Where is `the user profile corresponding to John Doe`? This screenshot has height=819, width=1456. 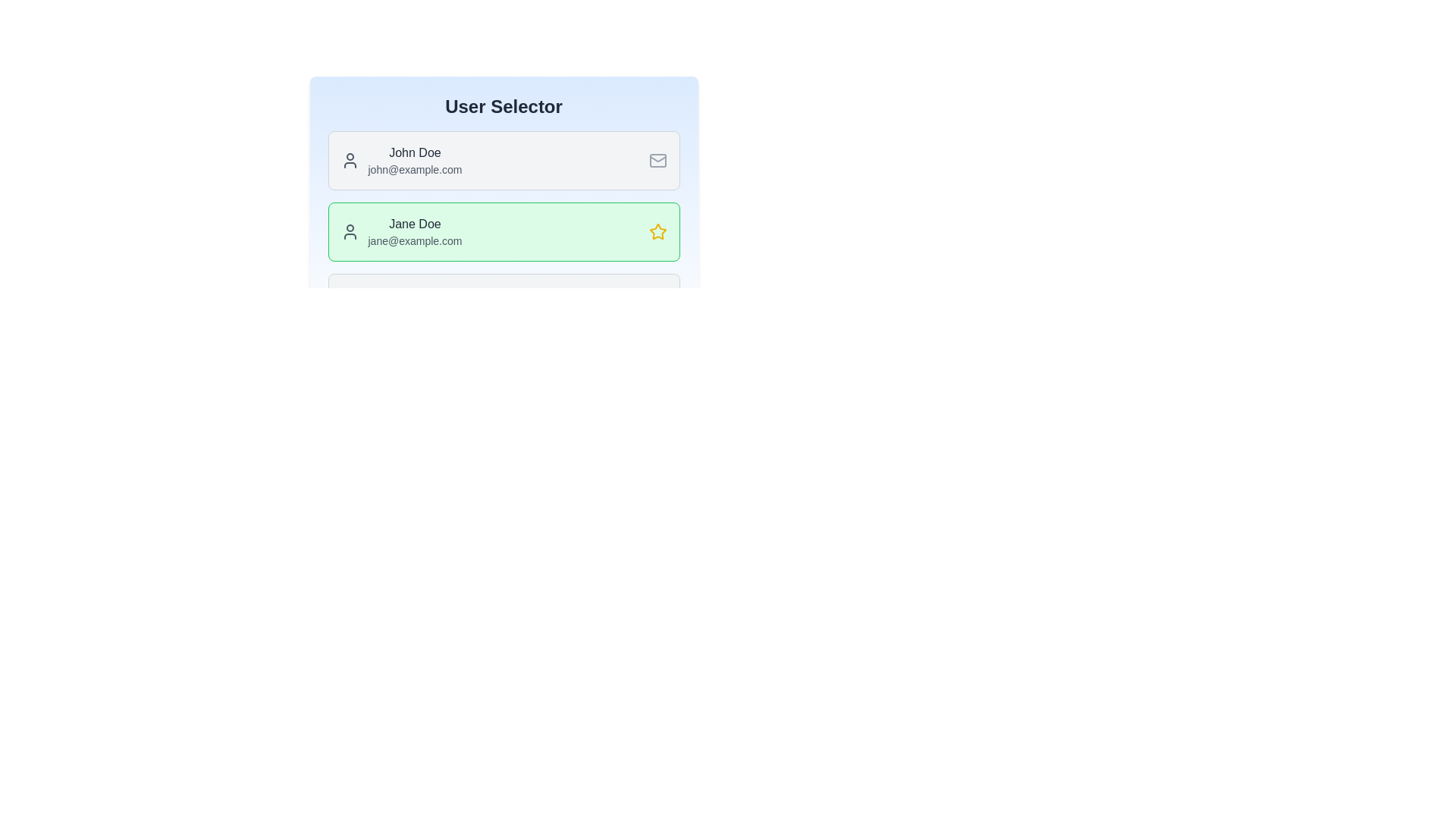
the user profile corresponding to John Doe is located at coordinates (504, 161).